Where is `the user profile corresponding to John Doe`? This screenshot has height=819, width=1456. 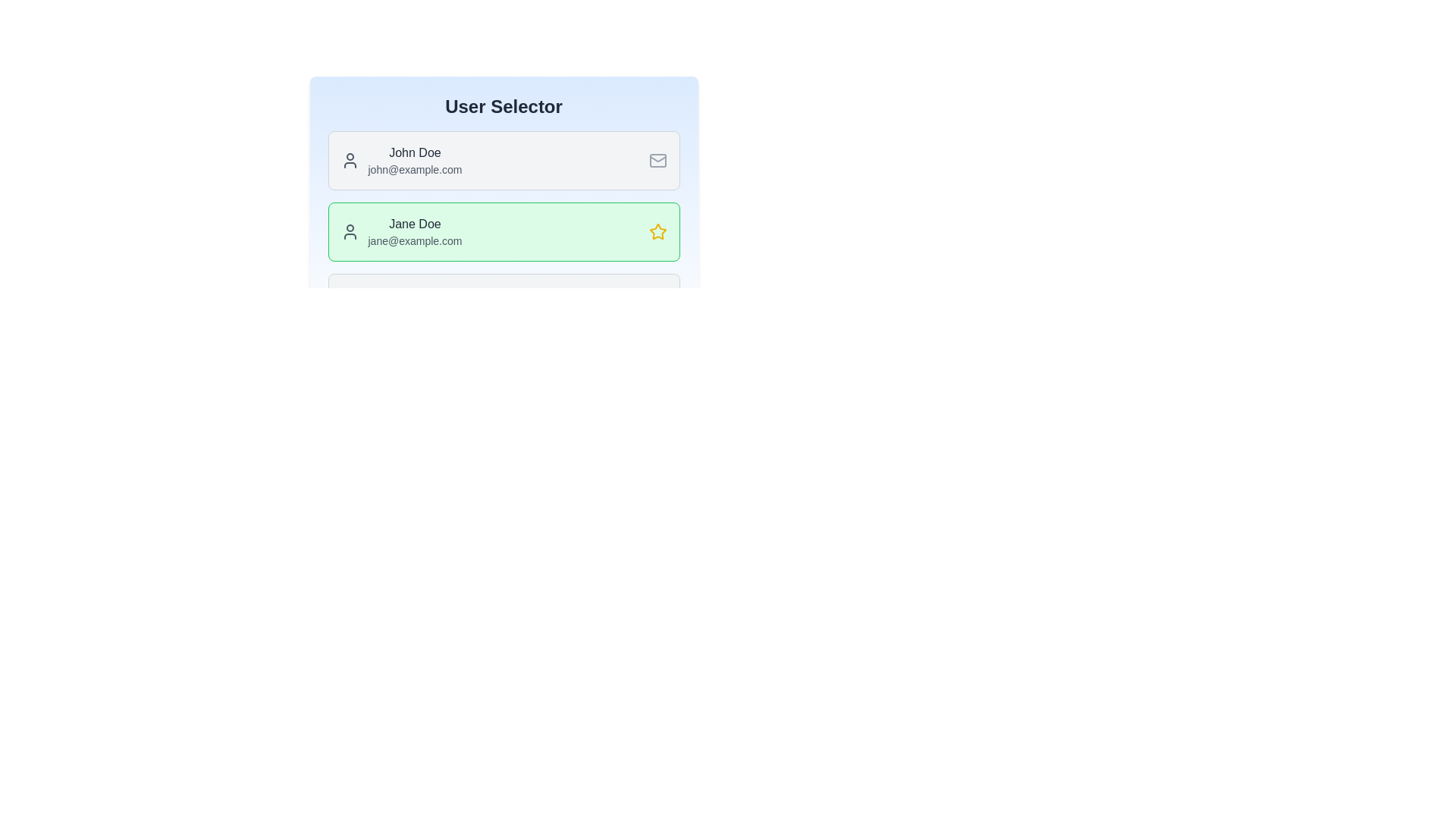
the user profile corresponding to John Doe is located at coordinates (504, 161).